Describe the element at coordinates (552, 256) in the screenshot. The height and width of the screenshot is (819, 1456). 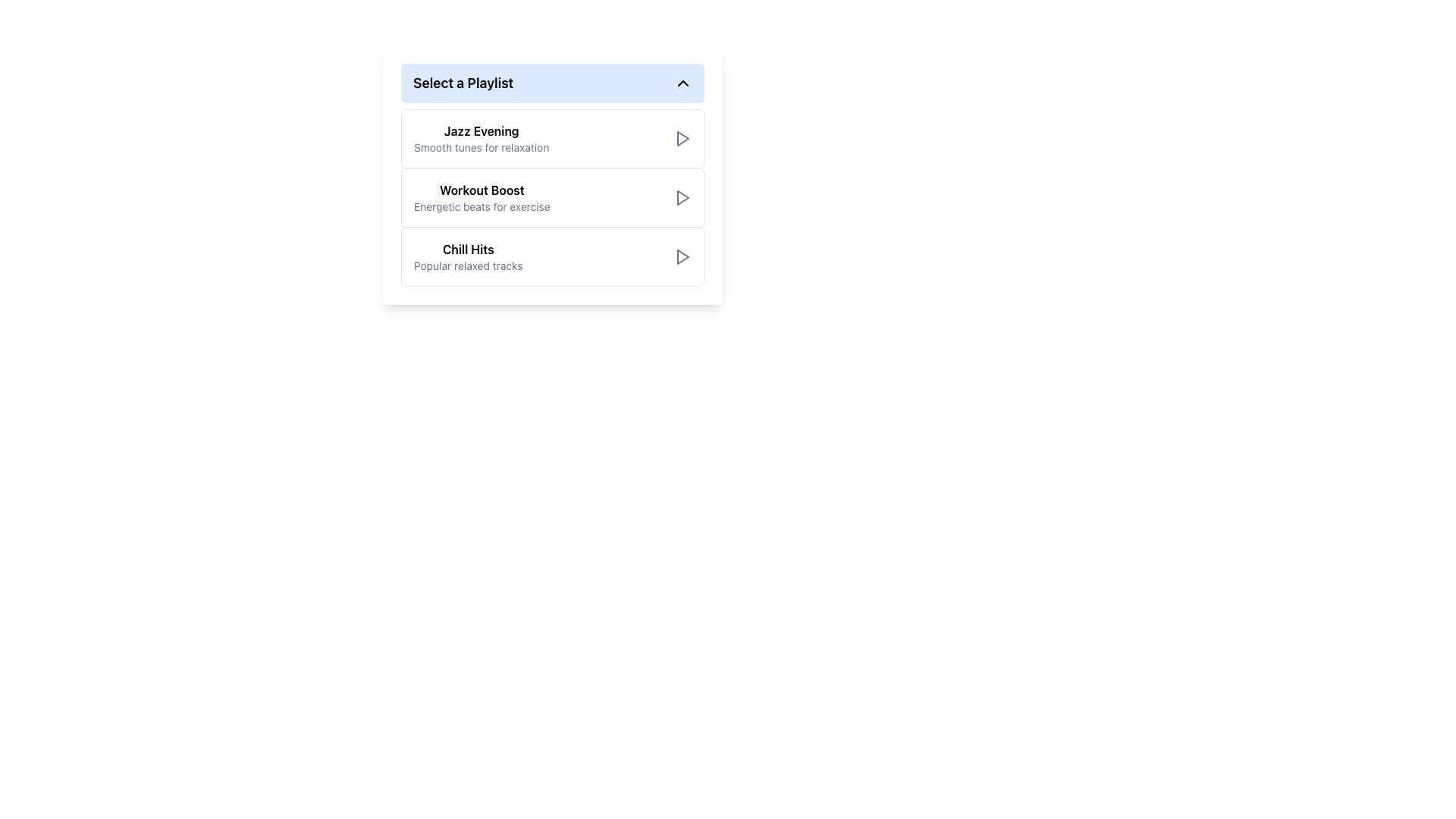
I see `the 'Chill Hits' playlist button` at that location.